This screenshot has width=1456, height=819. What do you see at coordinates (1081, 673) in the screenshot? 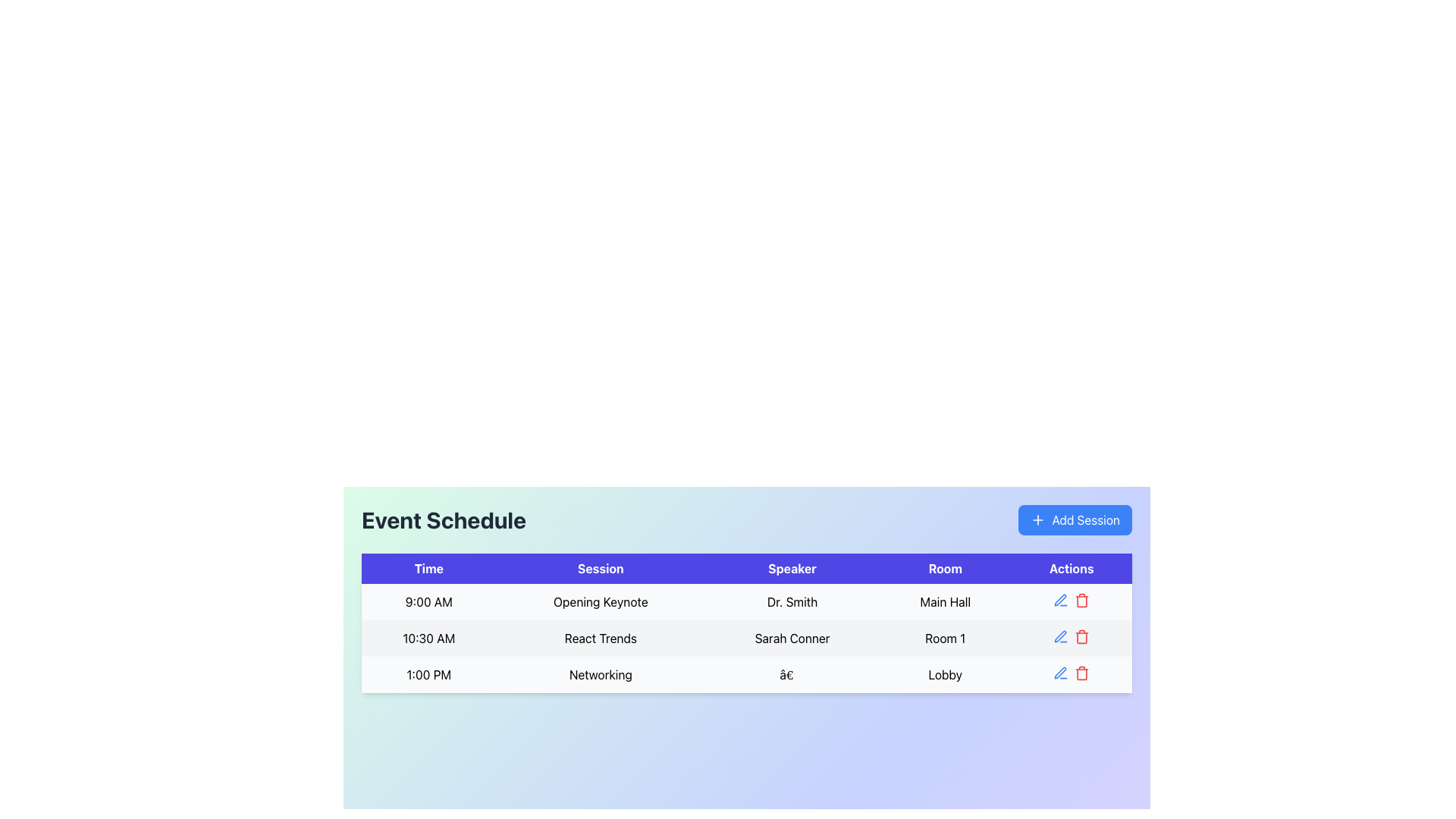
I see `the red trash can icon located in the 'Actions' column of the third row in the 'Event Schedule' table to initiate the delete action` at bounding box center [1081, 673].